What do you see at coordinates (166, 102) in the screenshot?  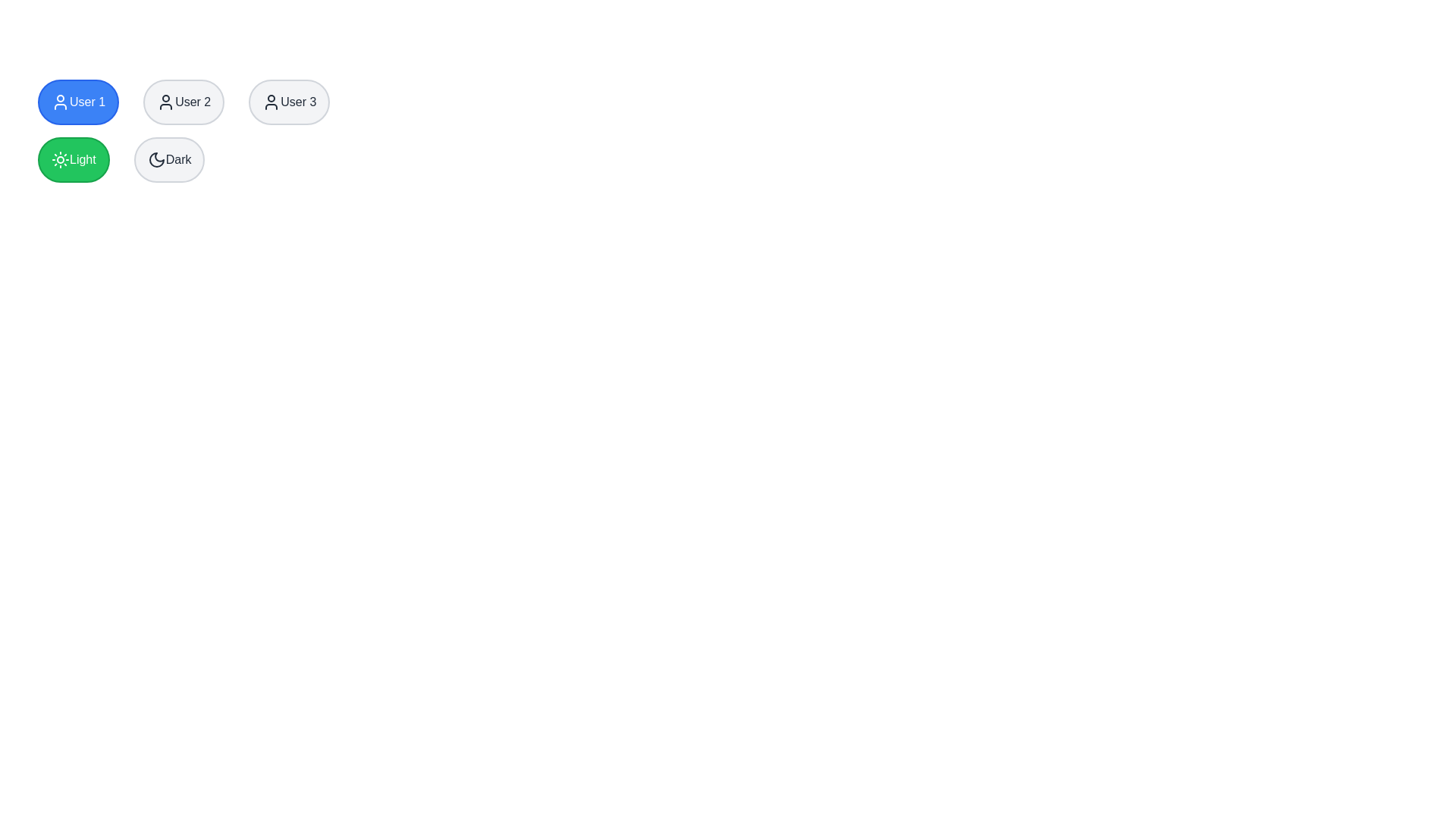 I see `the user icon located at the top-left region of the 'User 2' button` at bounding box center [166, 102].